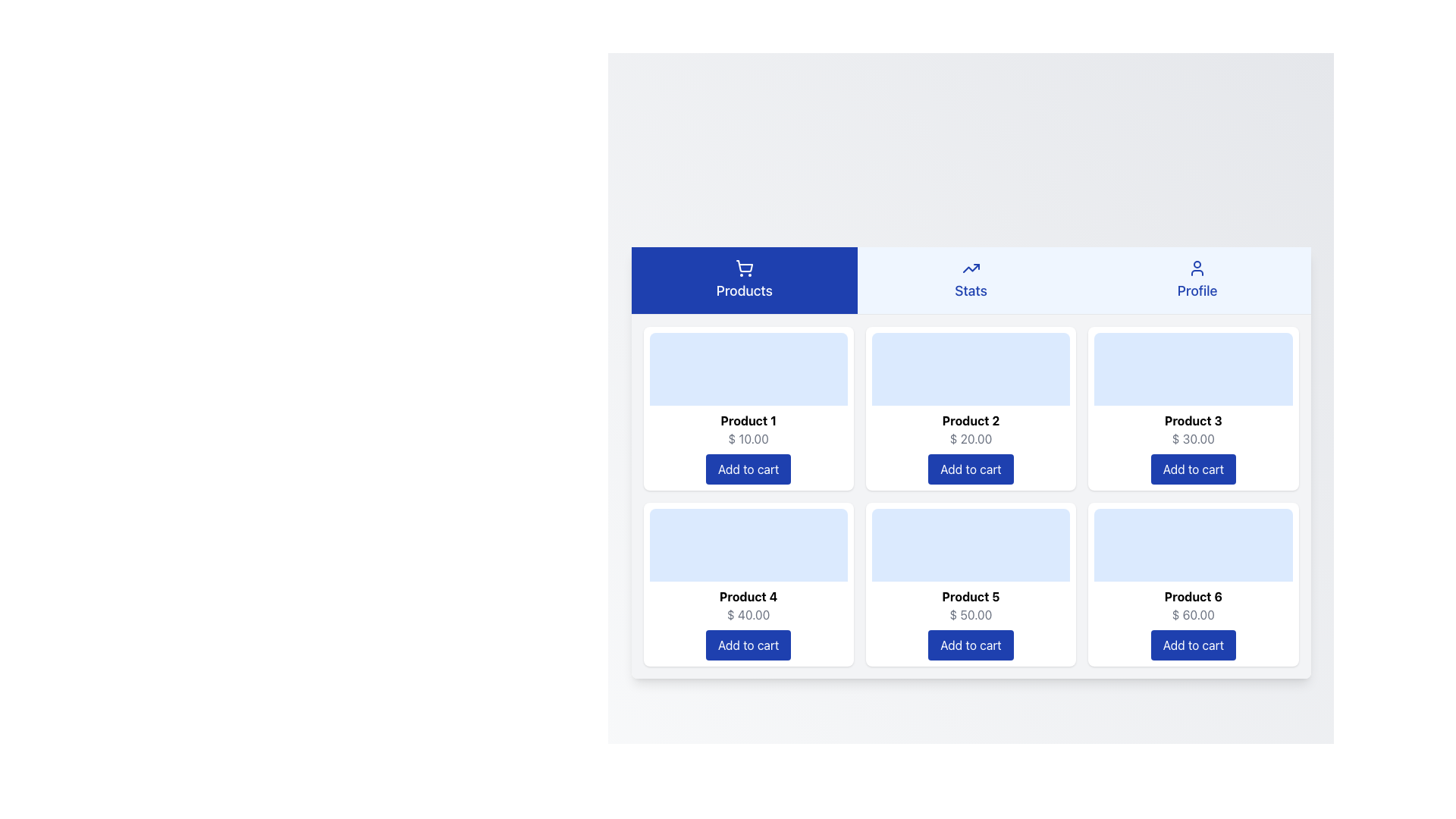 The width and height of the screenshot is (1456, 819). Describe the element at coordinates (1192, 420) in the screenshot. I see `the static text label that displays the product title in the upper-middle section of the product card` at that location.